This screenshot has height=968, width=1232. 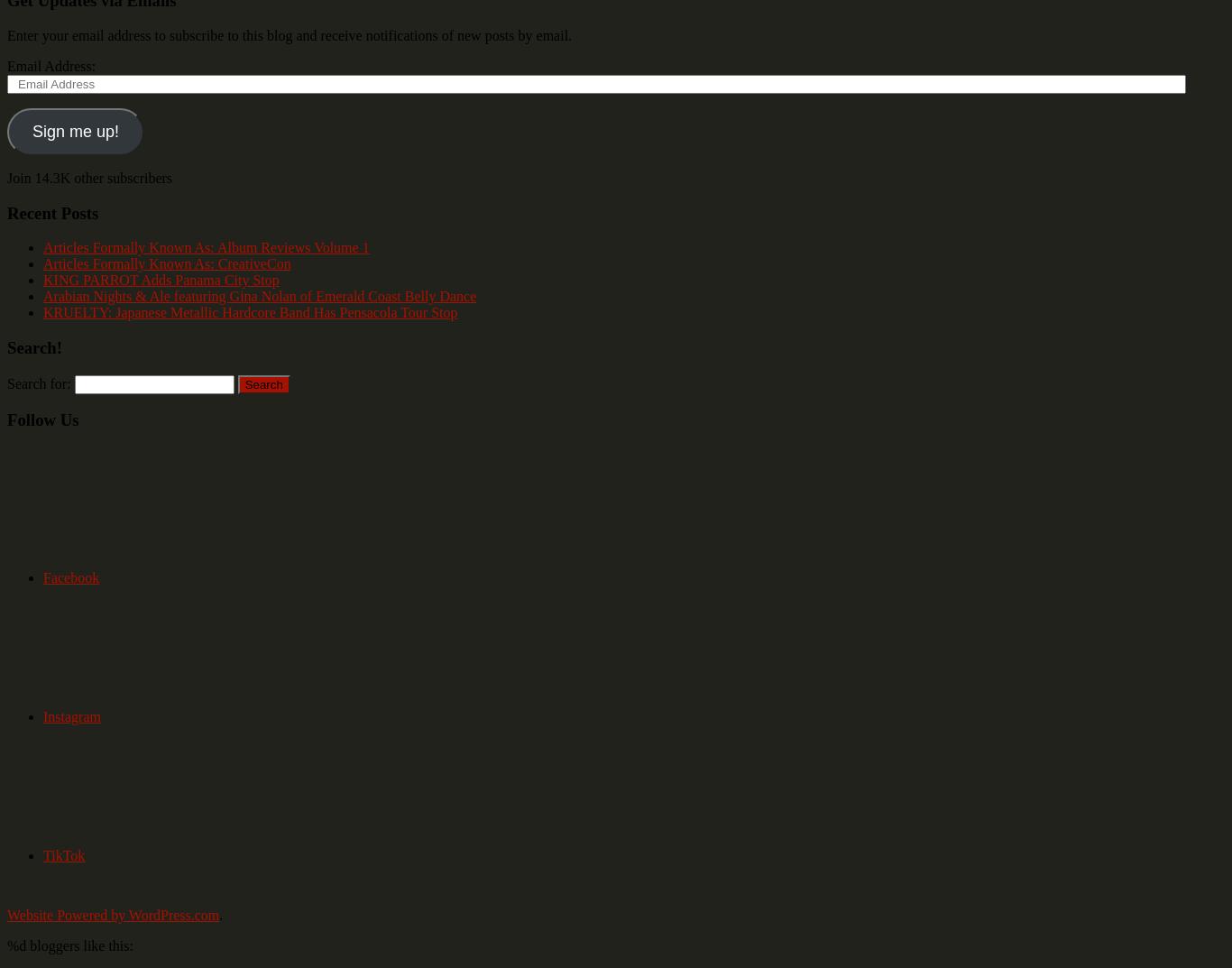 I want to click on 'Facebook', so click(x=70, y=576).